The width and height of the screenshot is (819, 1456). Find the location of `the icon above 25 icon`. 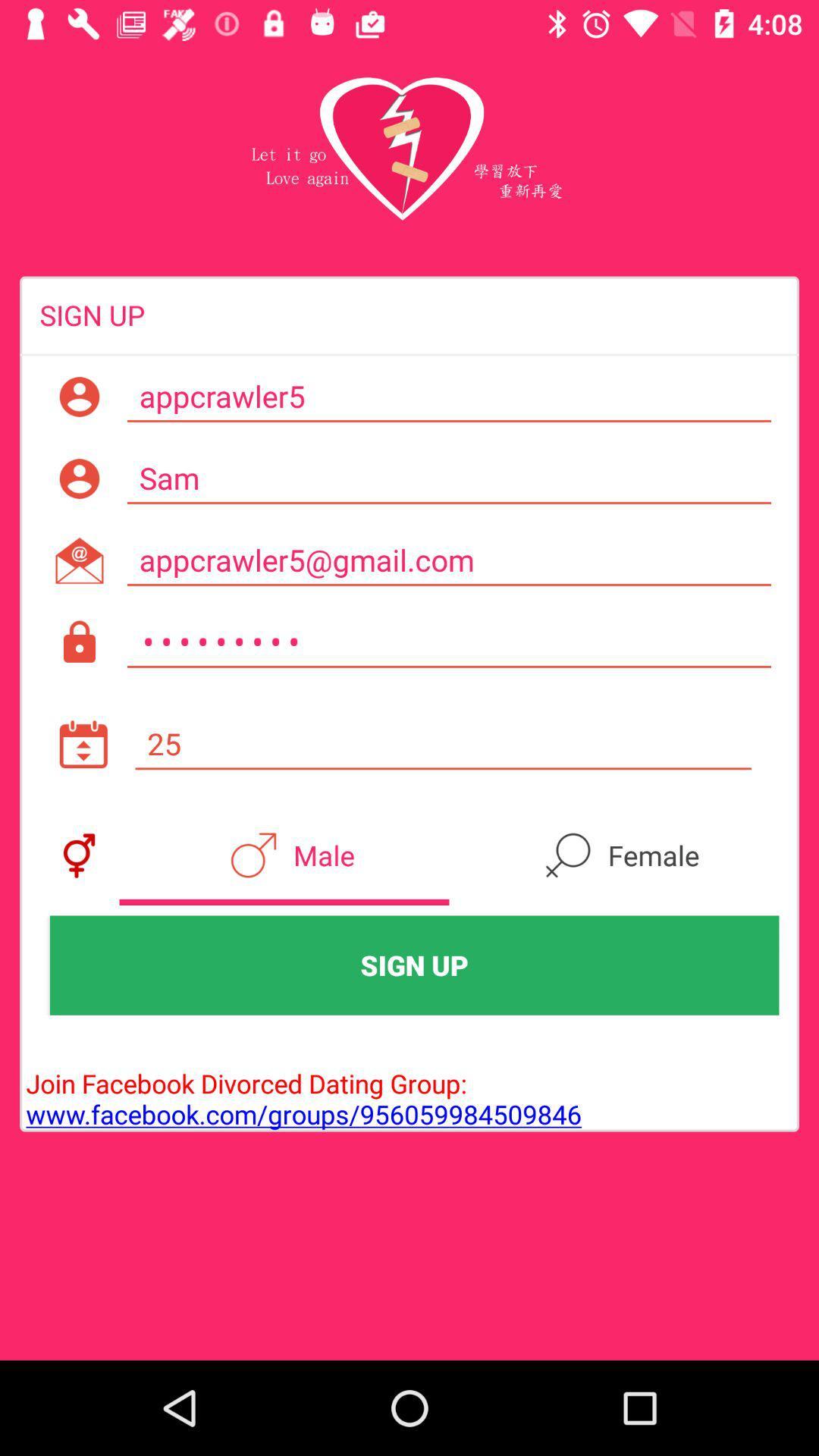

the icon above 25 icon is located at coordinates (448, 642).